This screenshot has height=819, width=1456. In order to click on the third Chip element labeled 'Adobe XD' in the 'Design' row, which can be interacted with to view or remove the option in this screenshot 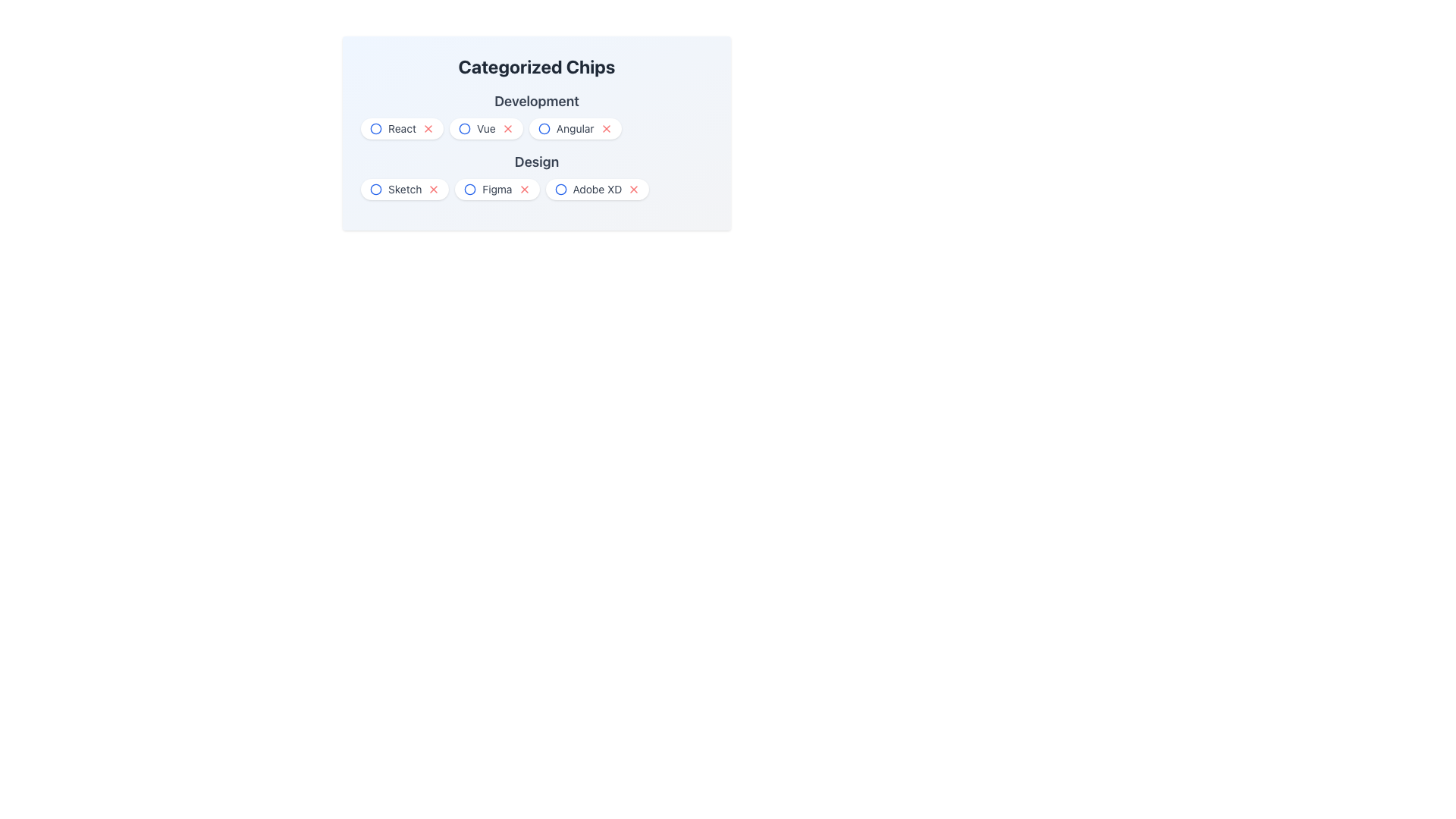, I will do `click(596, 189)`.